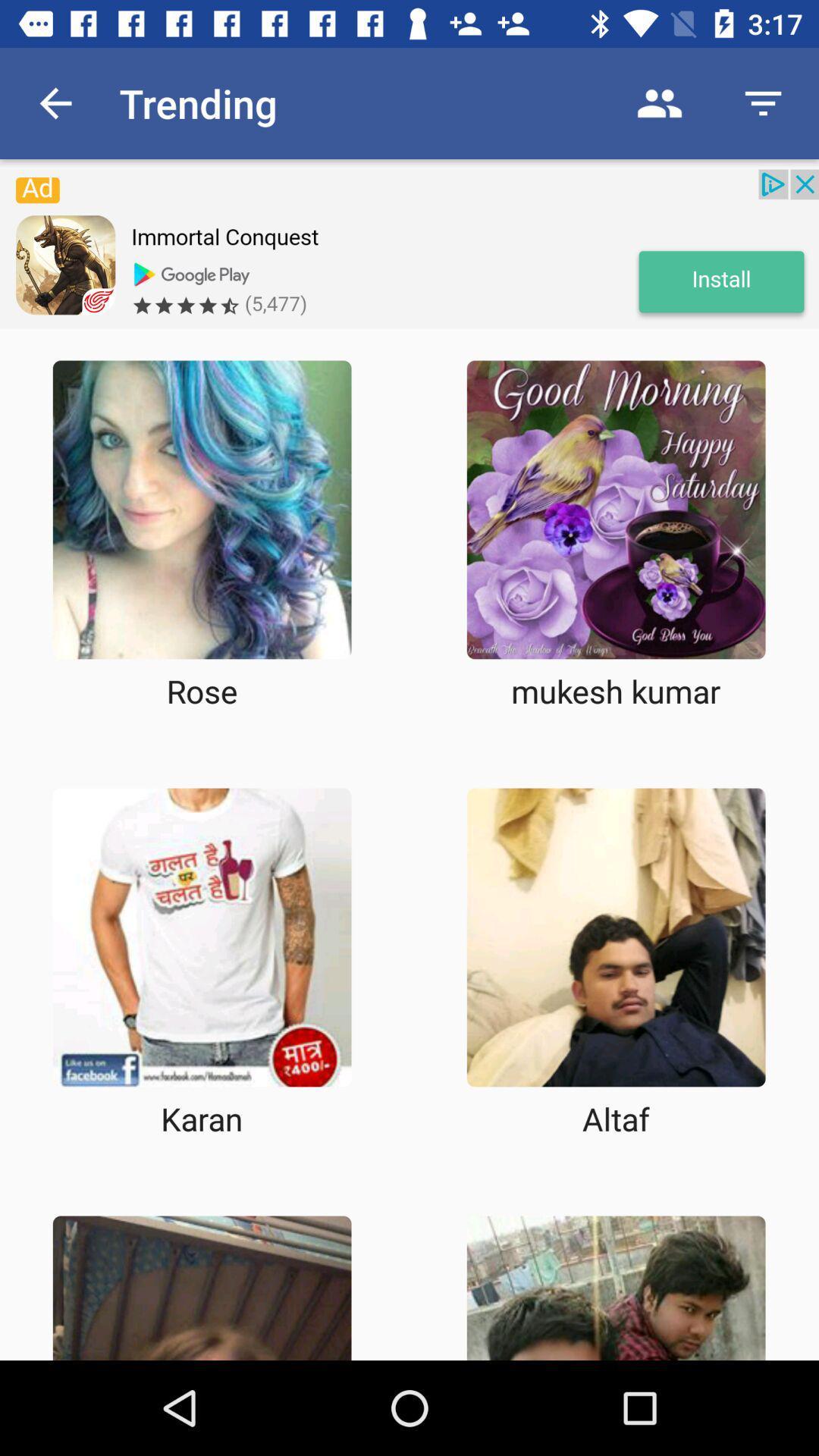 The height and width of the screenshot is (1456, 819). Describe the element at coordinates (201, 510) in the screenshot. I see `picture selecting` at that location.